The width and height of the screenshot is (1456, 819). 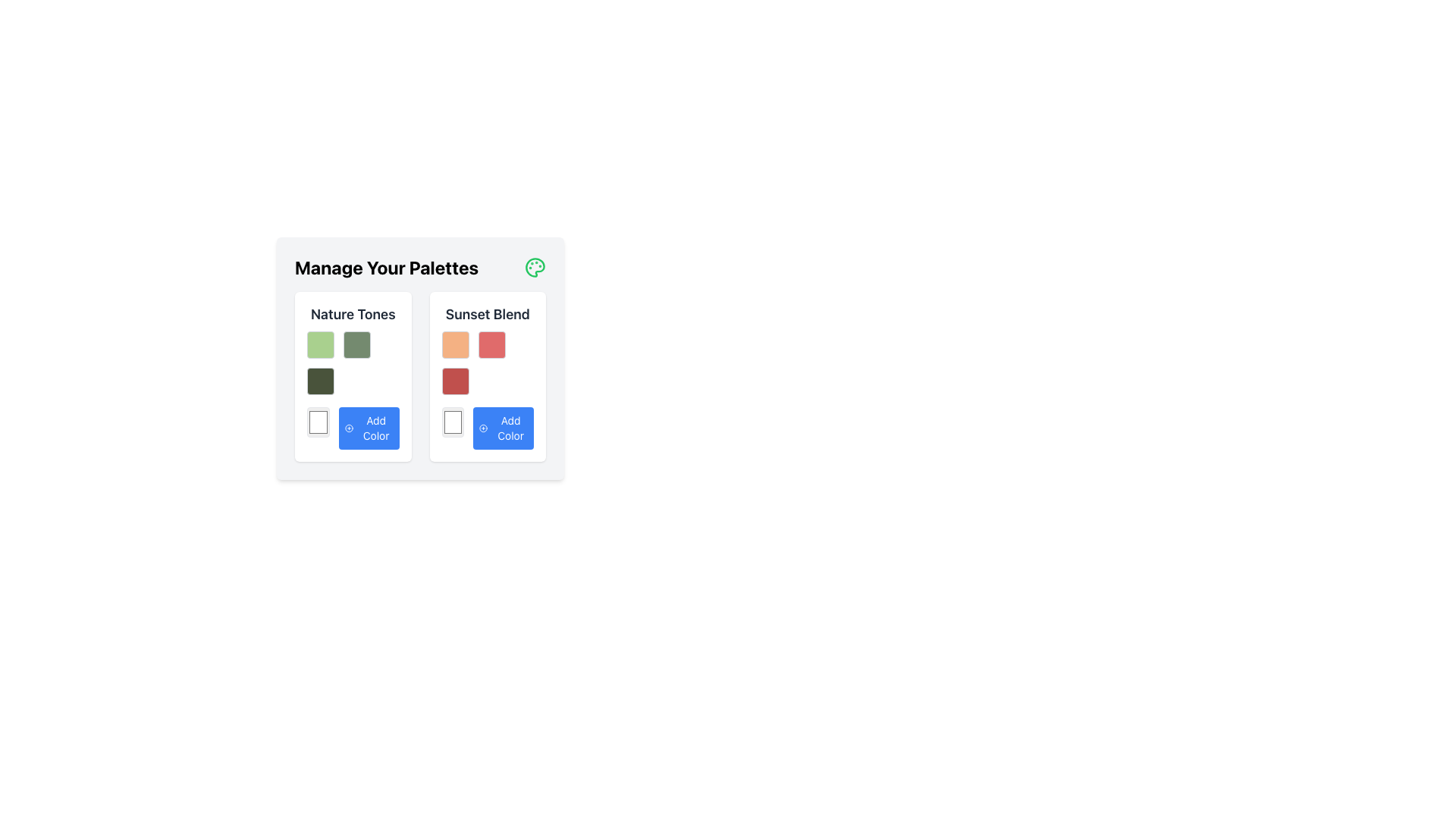 I want to click on the circular SVG shape that serves as the background for the '+' icon in the 'Manage Your Palettes' interface, so click(x=482, y=428).